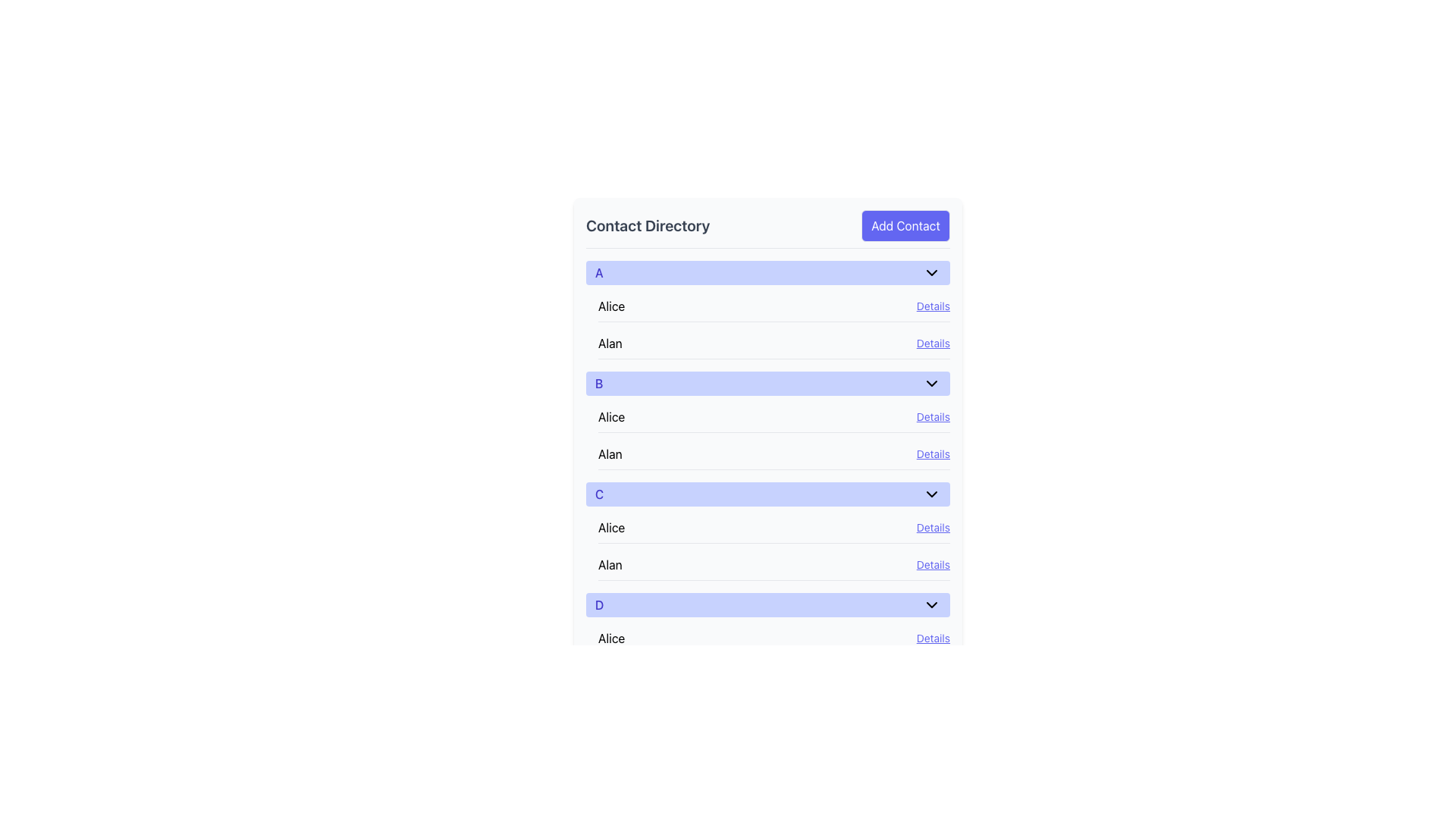 The height and width of the screenshot is (819, 1456). I want to click on the hyperlink associated with 'Alice' located at the right side of its row, so click(931, 526).